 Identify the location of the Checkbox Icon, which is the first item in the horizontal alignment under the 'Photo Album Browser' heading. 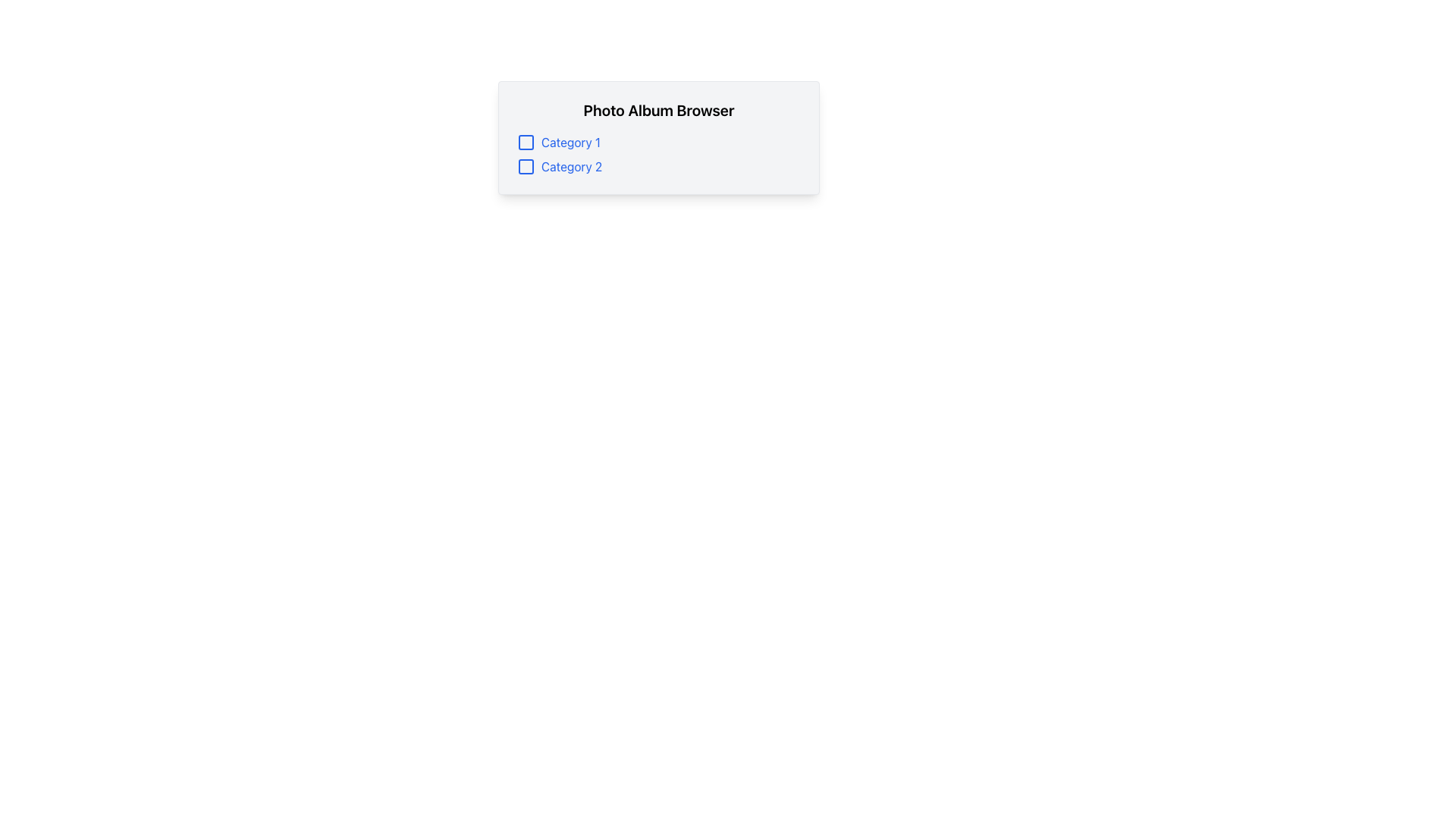
(526, 143).